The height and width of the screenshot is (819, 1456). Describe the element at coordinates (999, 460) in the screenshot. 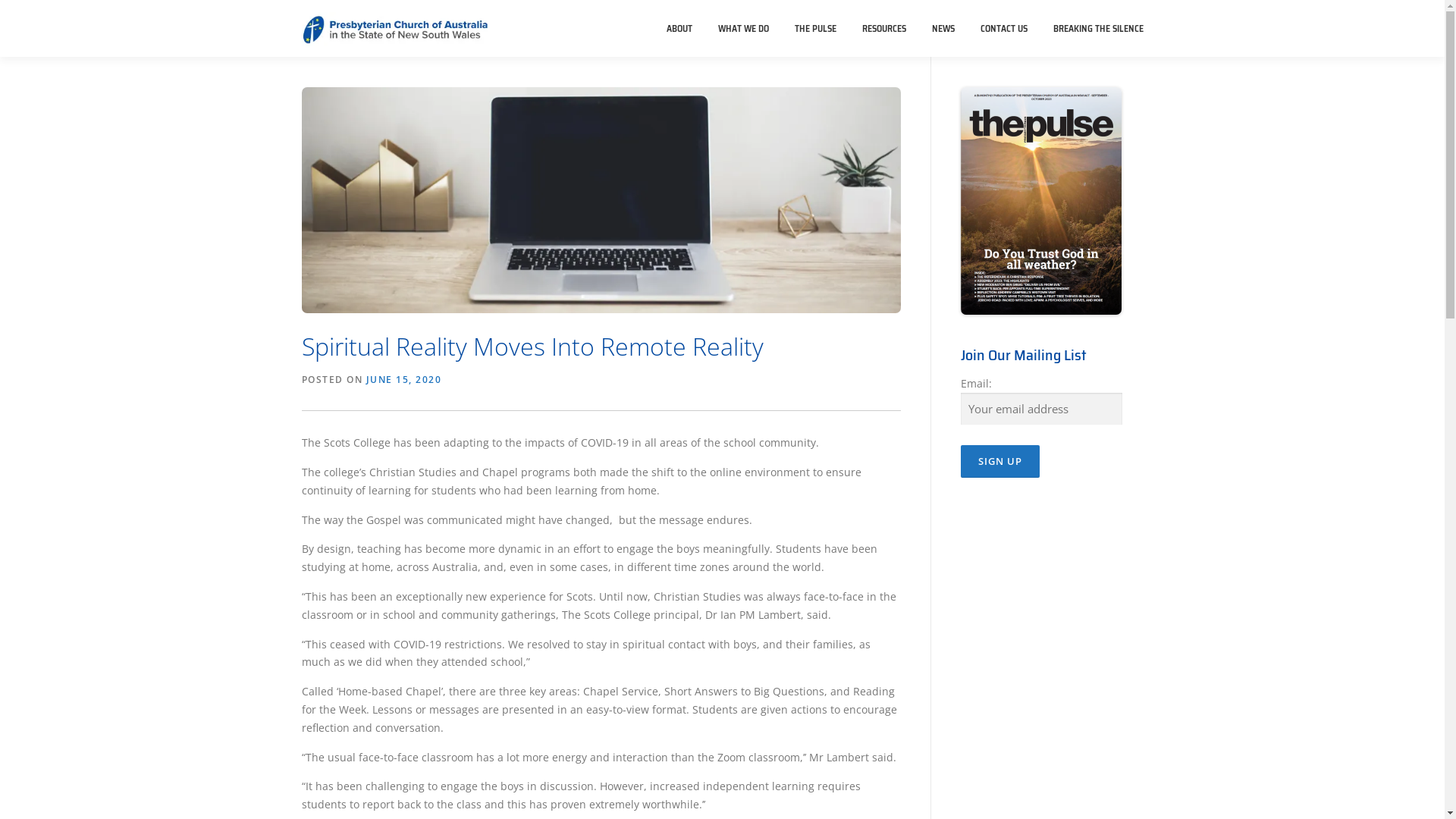

I see `'Sign up'` at that location.